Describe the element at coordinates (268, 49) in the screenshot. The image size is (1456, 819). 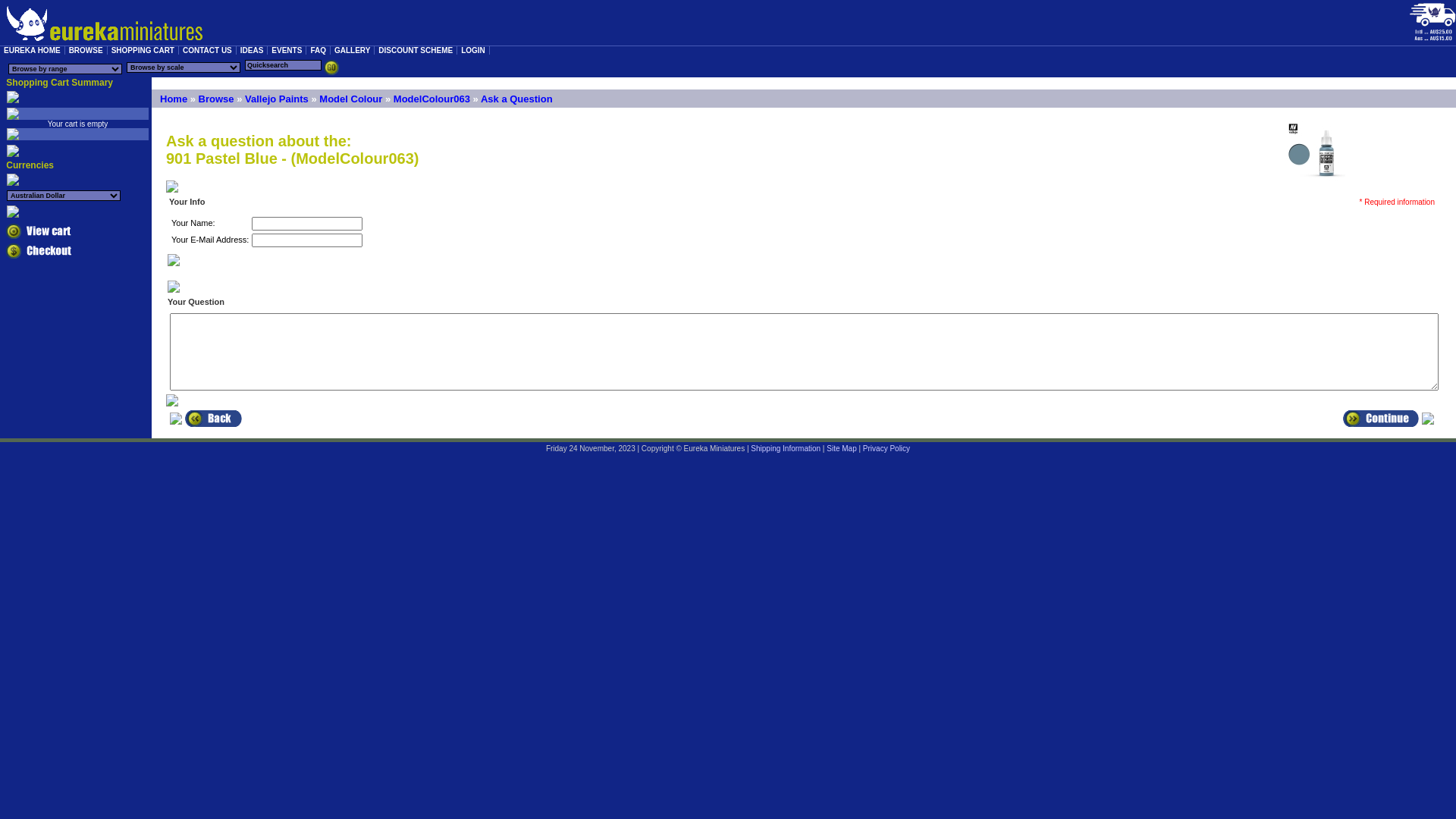
I see `'EVENTS'` at that location.